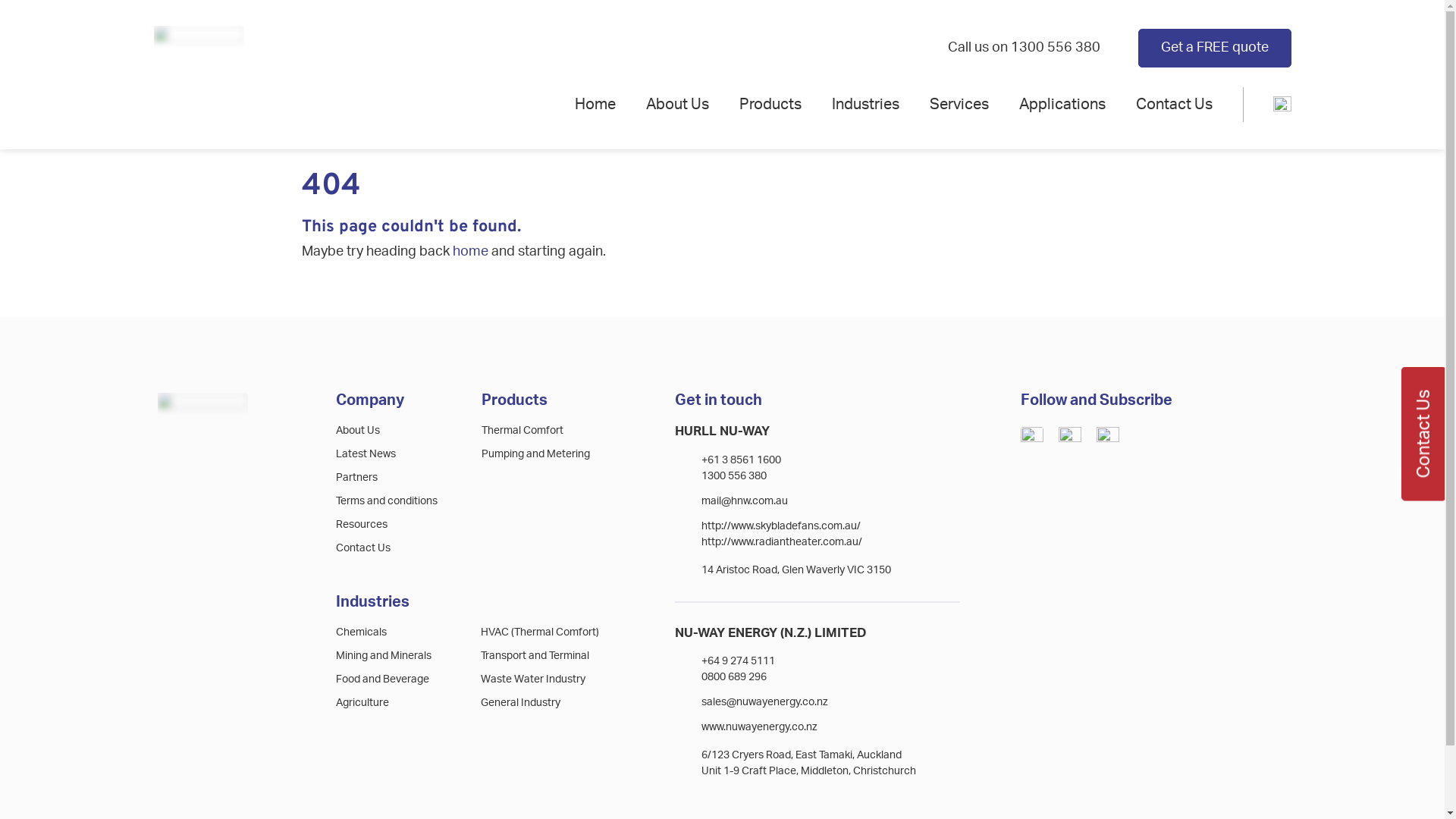 This screenshot has width=1456, height=819. What do you see at coordinates (1062, 104) in the screenshot?
I see `'Applications'` at bounding box center [1062, 104].